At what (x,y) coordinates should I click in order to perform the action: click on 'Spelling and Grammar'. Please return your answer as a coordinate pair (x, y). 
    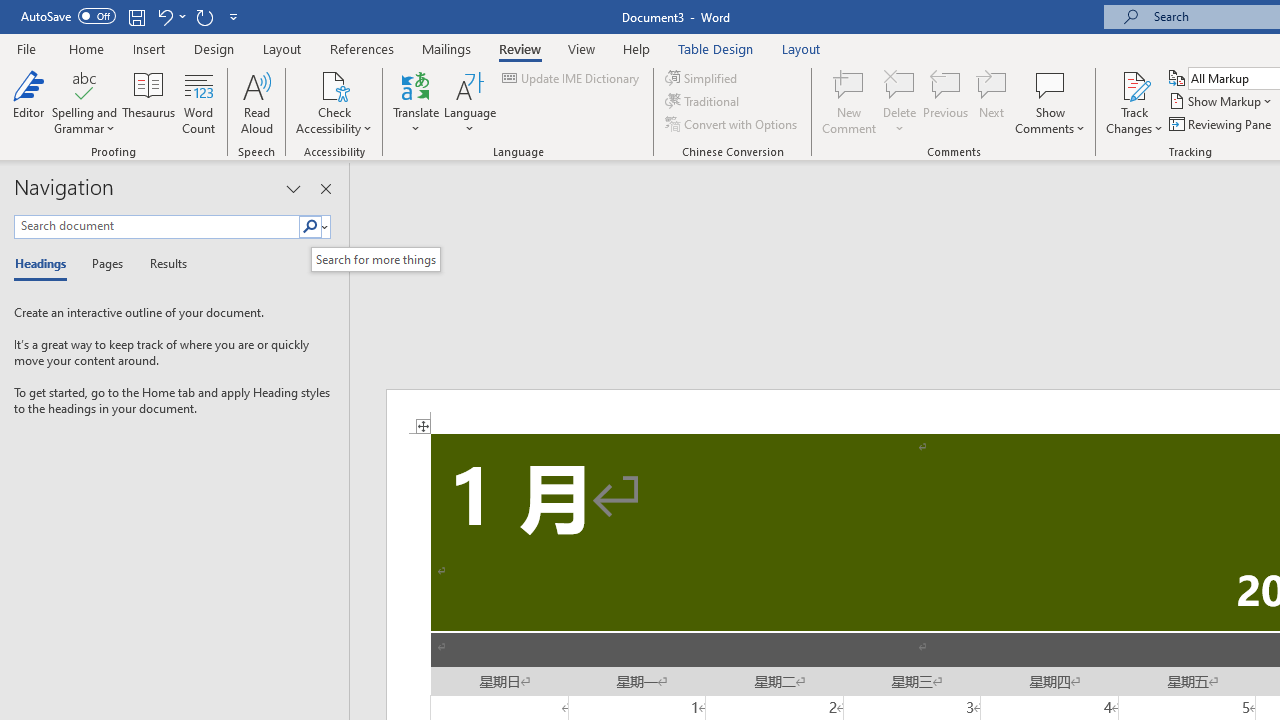
    Looking at the image, I should click on (84, 84).